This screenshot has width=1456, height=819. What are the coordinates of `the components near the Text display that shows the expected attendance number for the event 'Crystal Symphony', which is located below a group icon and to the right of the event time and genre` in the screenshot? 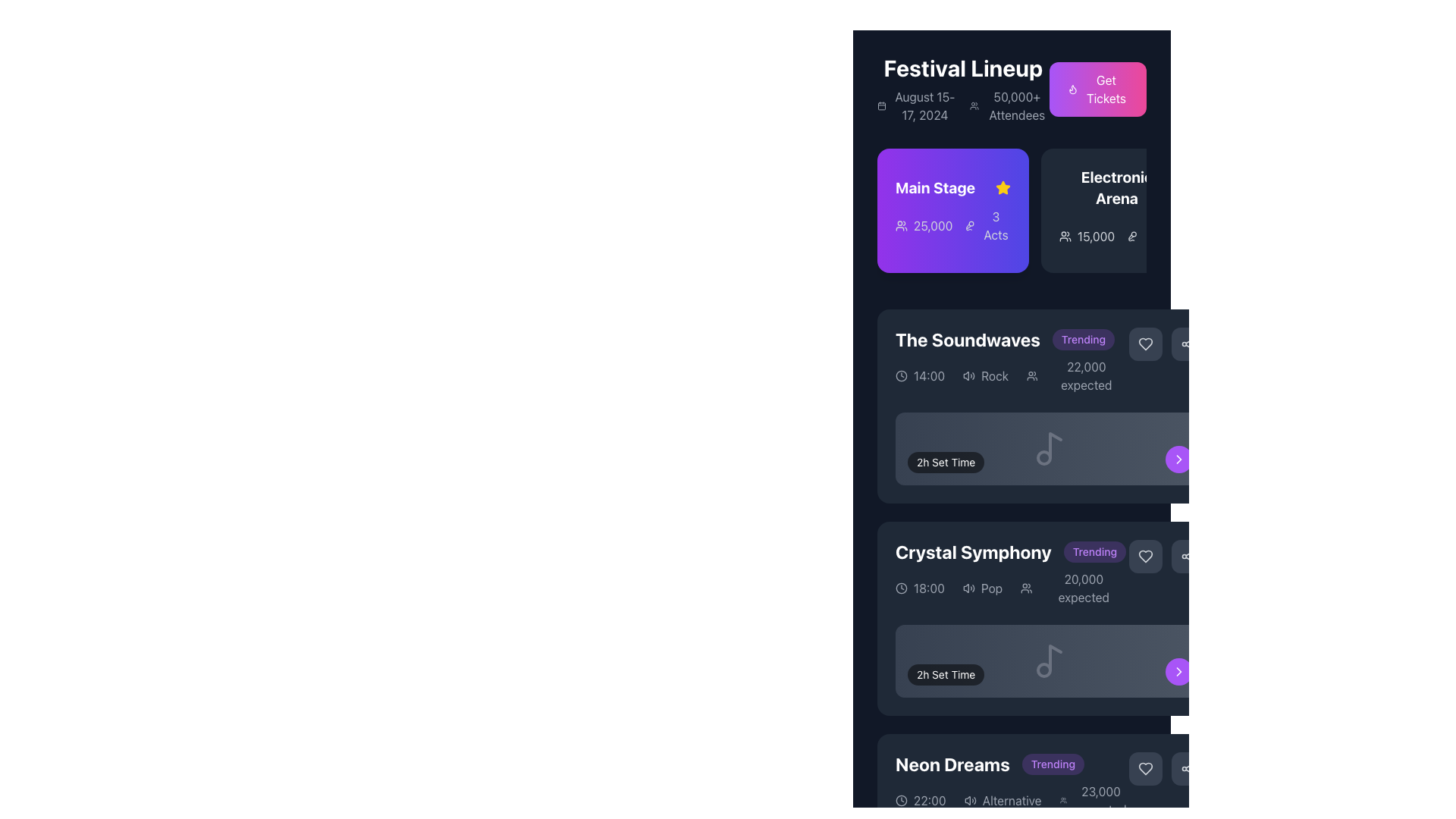 It's located at (1083, 587).